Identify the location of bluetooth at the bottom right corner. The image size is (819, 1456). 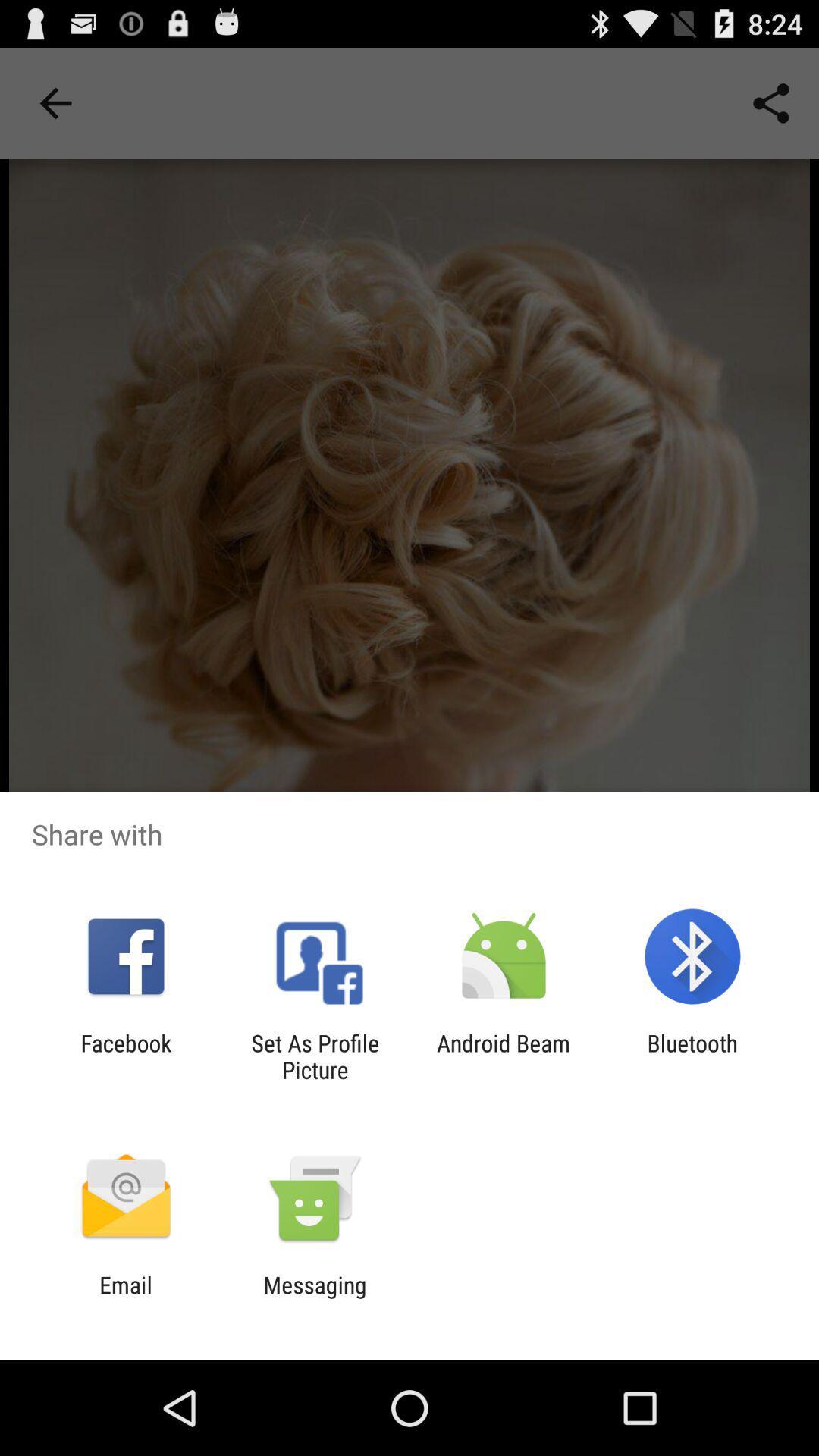
(692, 1056).